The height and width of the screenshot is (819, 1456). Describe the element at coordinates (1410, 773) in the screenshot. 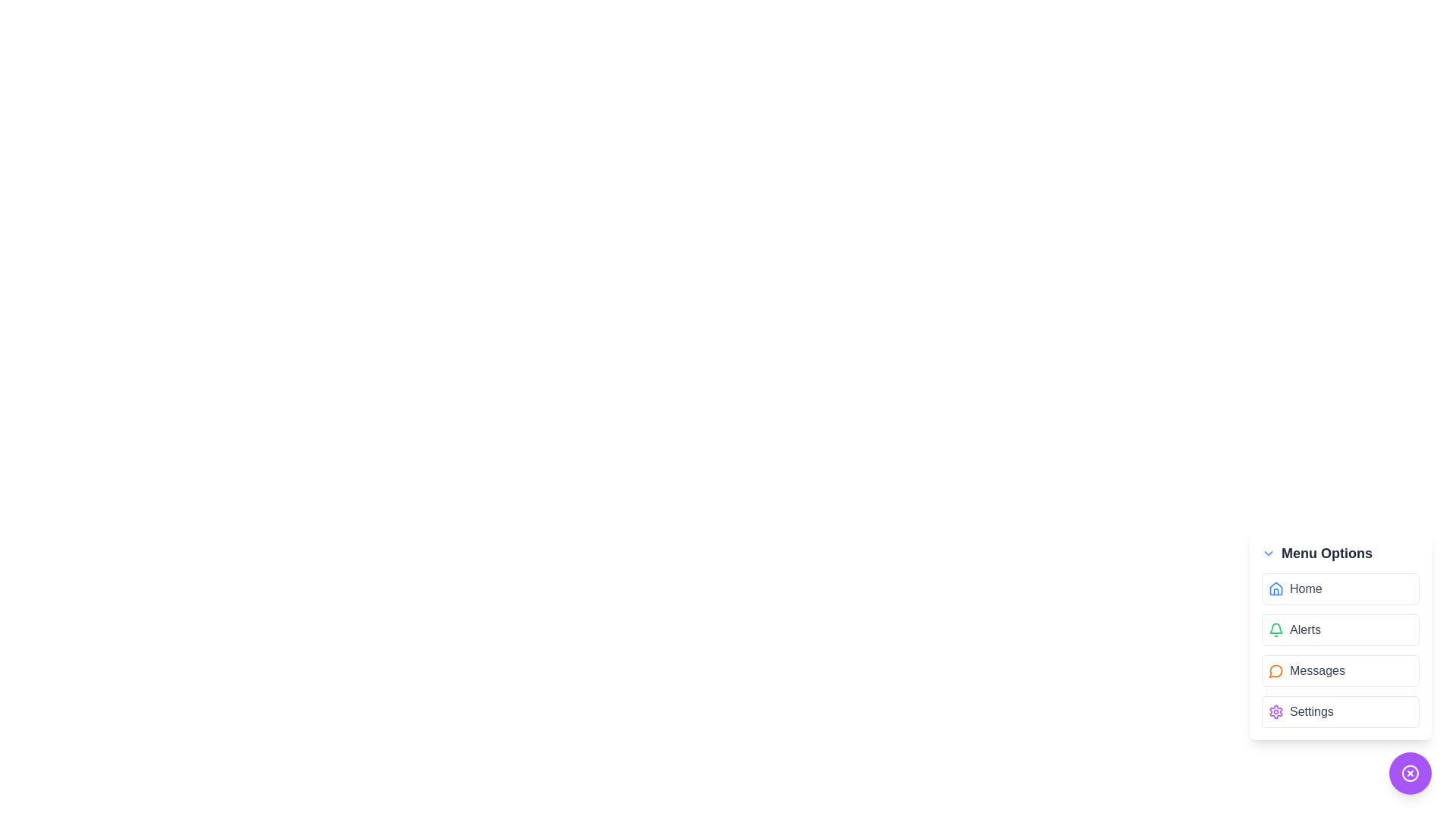

I see `the dismiss button located at the lower-right corner of the menu interface` at that location.